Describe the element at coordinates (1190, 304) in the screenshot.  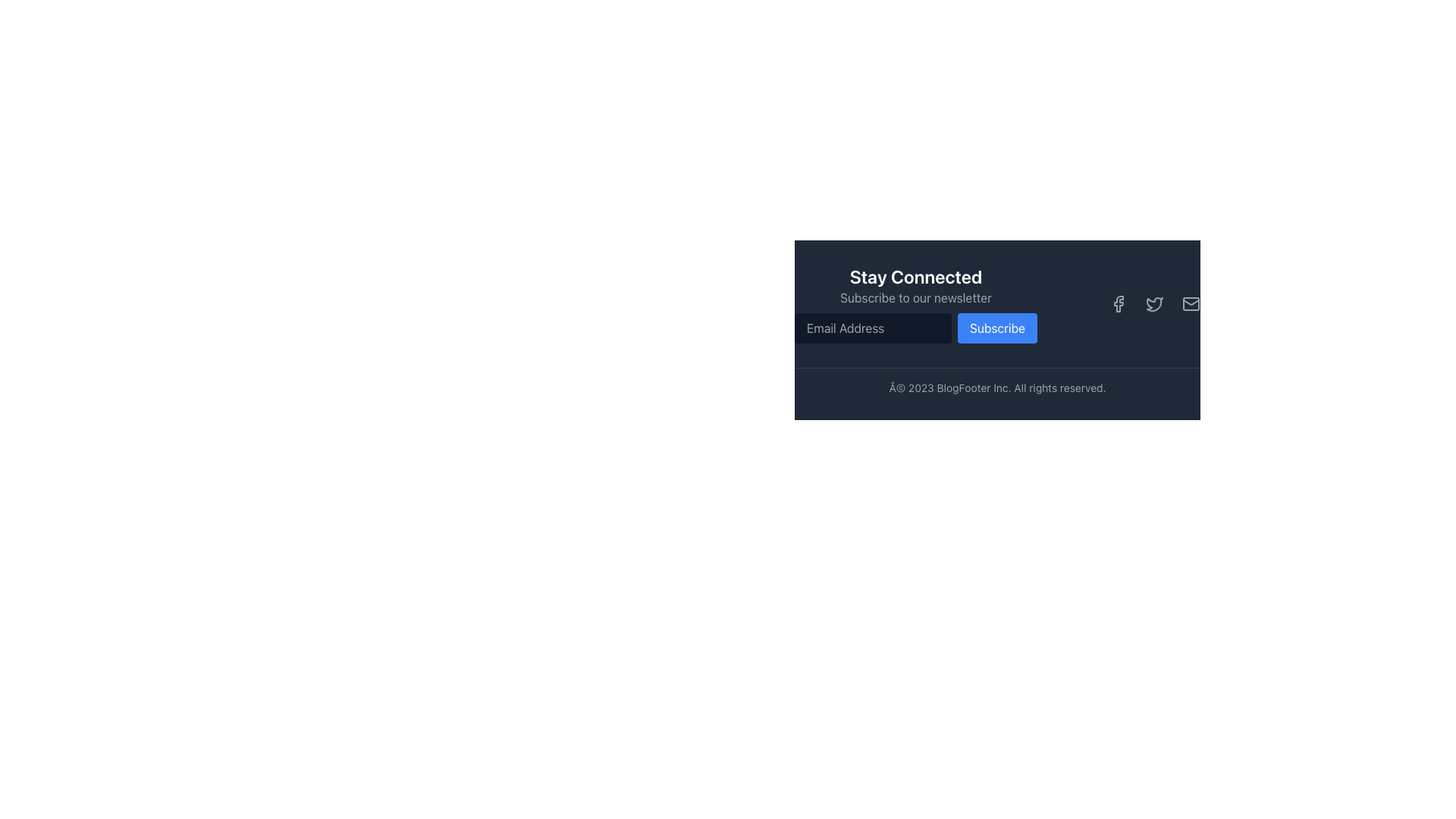
I see `the envelope icon in the SVG that represents electronic mail, located on the far right of the footer section containing social media icons` at that location.